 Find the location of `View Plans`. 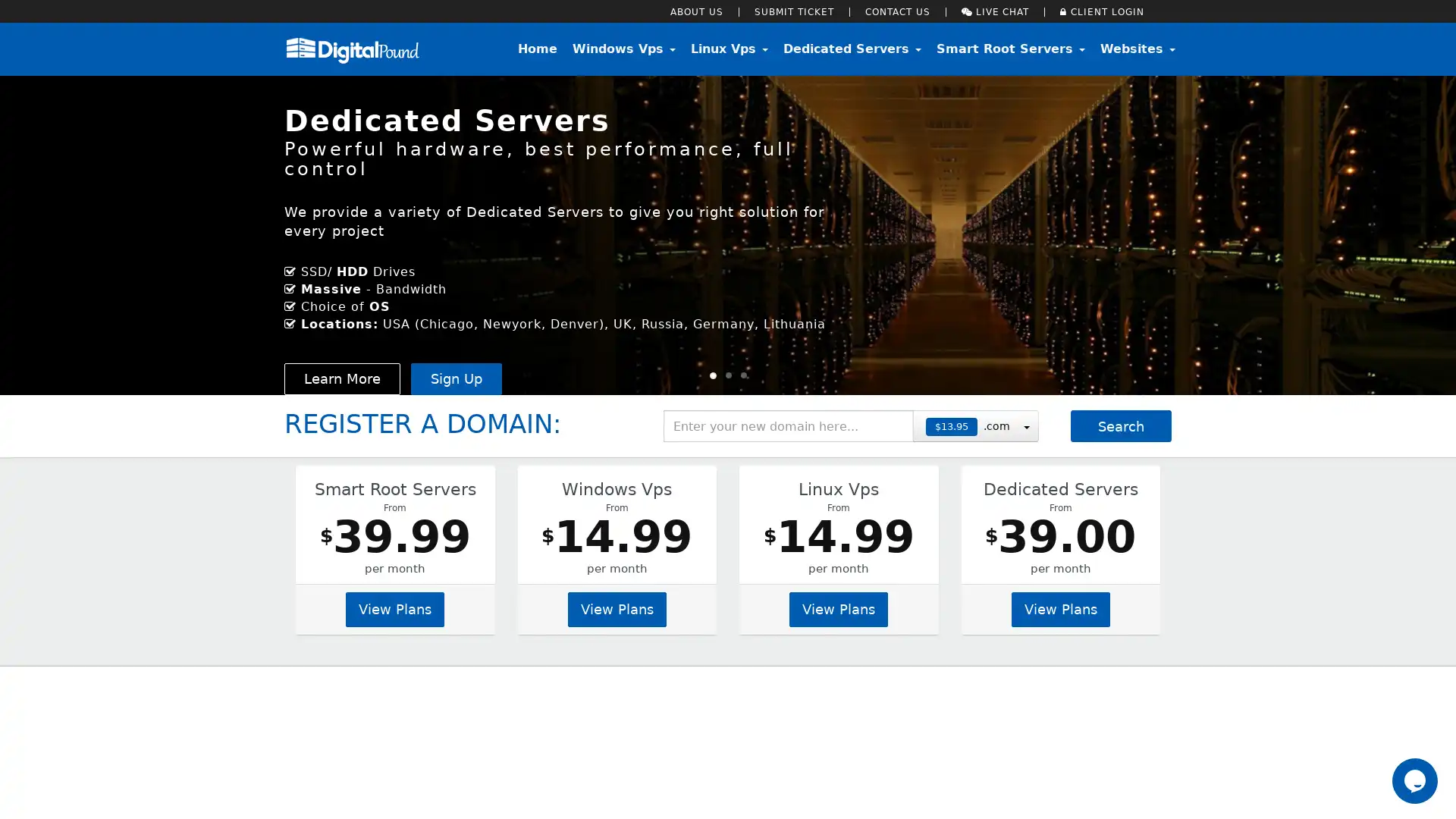

View Plans is located at coordinates (395, 607).